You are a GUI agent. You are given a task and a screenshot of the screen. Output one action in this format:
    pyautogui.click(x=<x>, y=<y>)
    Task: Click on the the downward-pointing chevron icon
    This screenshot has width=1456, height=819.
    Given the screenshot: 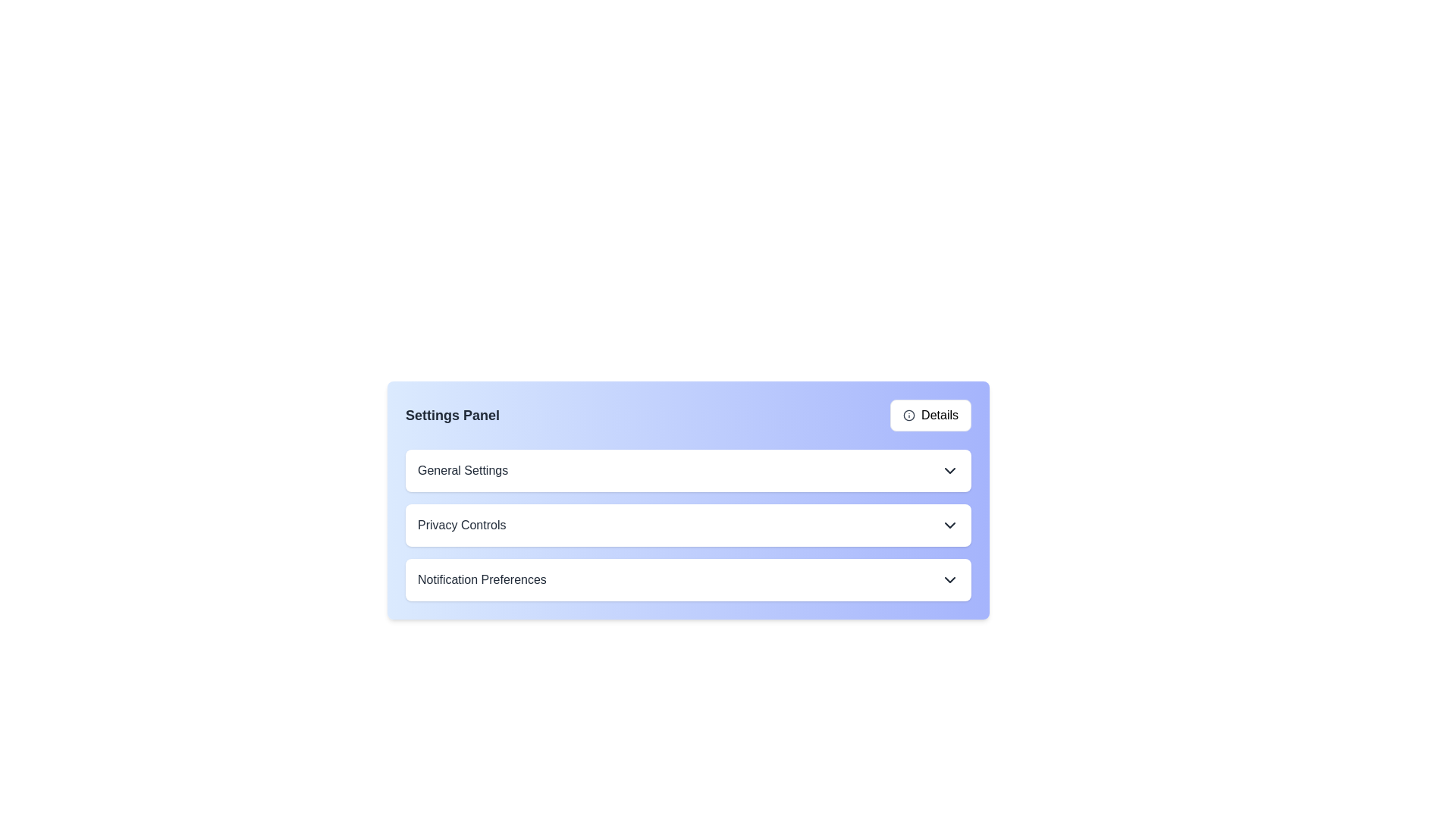 What is the action you would take?
    pyautogui.click(x=949, y=470)
    